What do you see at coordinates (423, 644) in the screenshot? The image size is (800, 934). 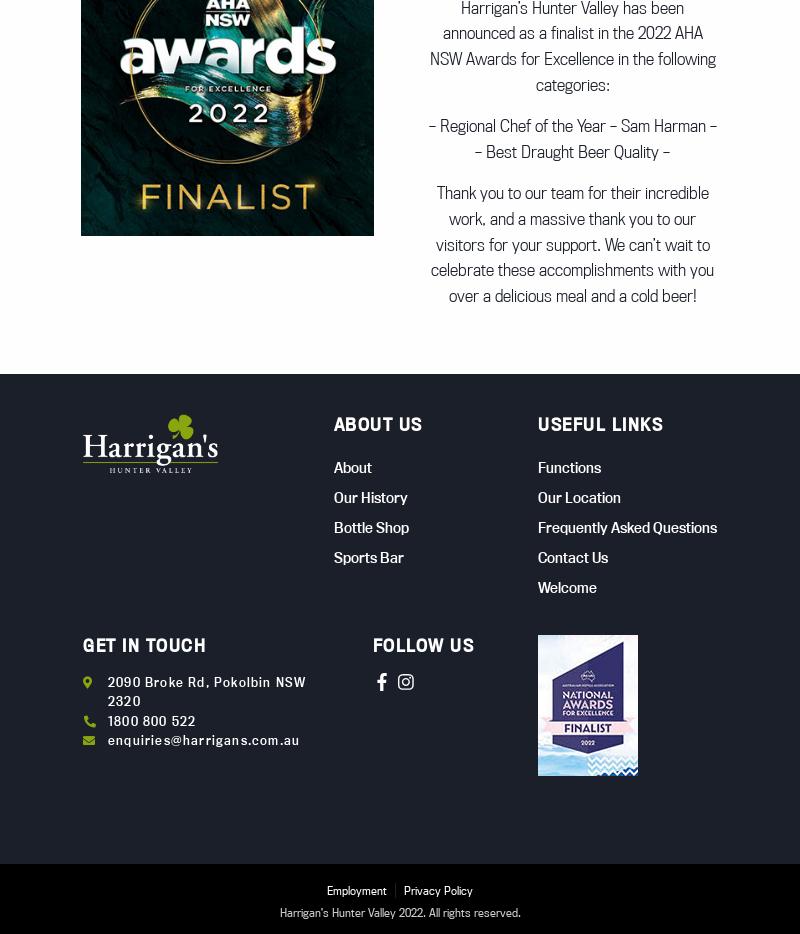 I see `'Follow us'` at bounding box center [423, 644].